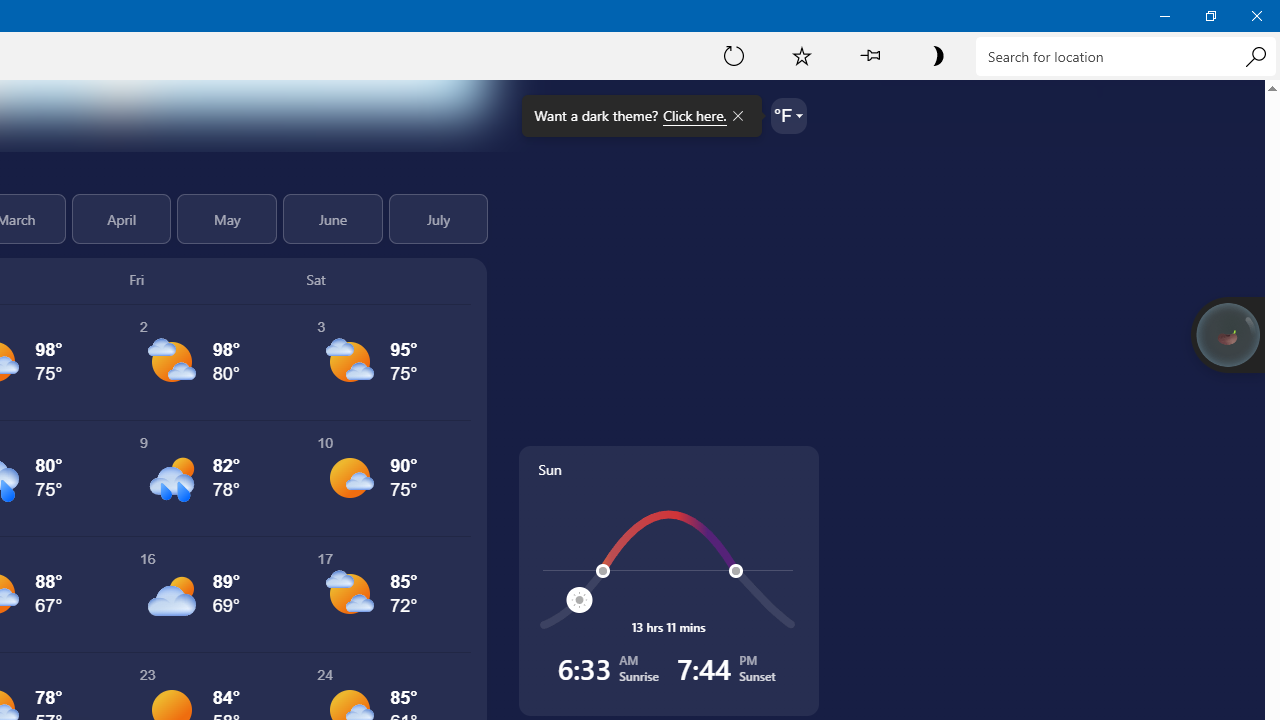  I want to click on 'Search', so click(1254, 55).